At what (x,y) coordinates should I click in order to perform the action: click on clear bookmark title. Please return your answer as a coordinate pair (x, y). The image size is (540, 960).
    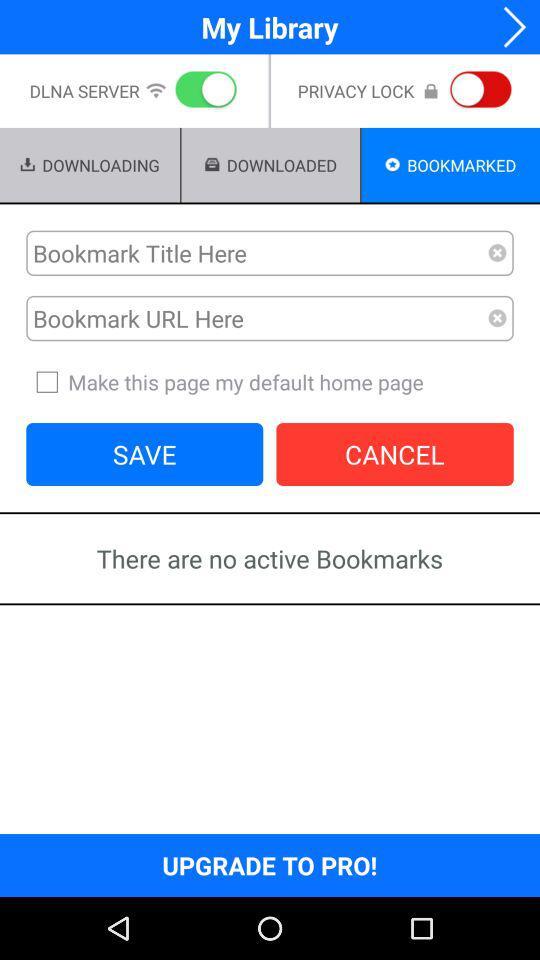
    Looking at the image, I should click on (496, 252).